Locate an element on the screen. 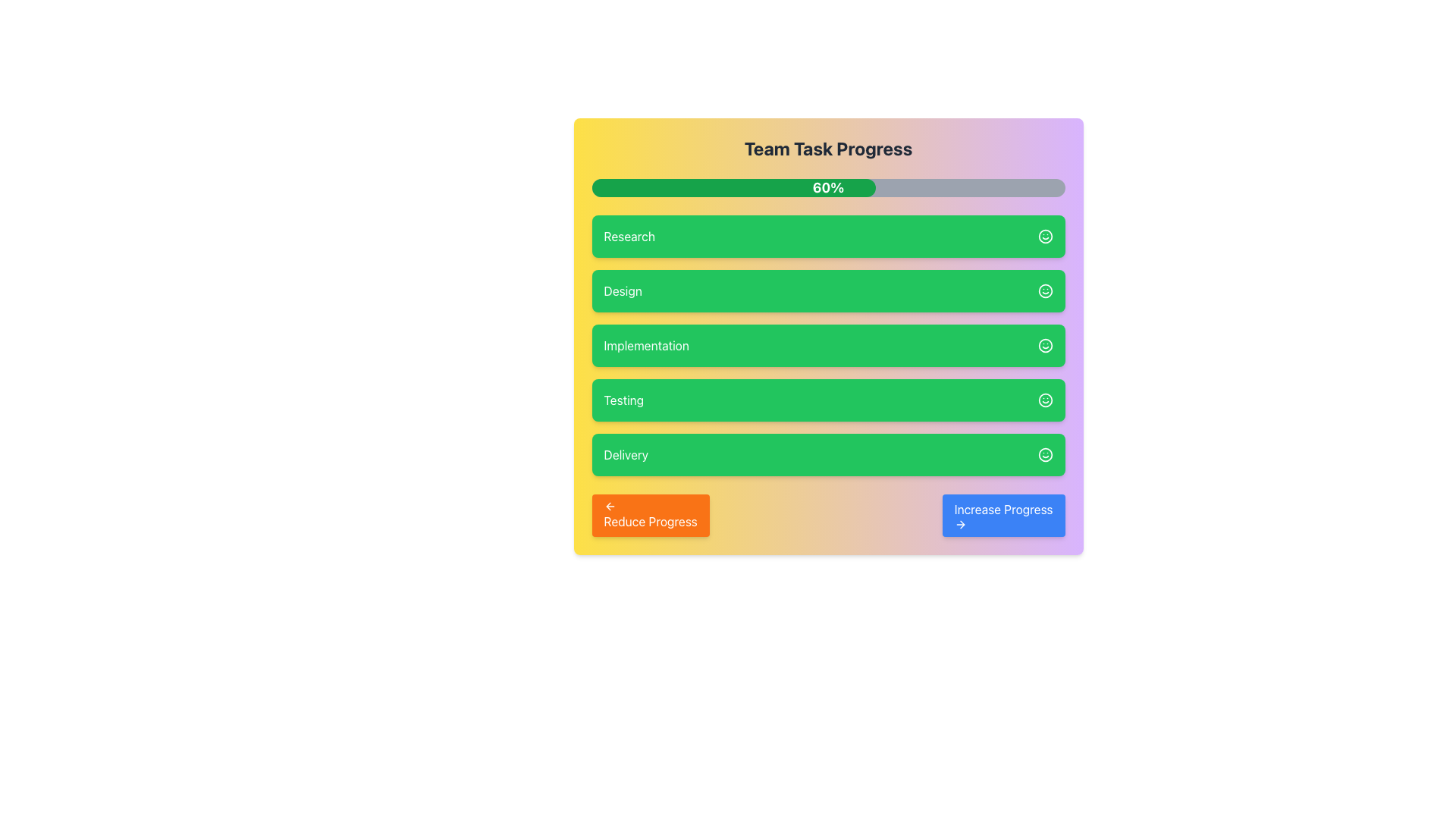  the header text 'Team Task Progress', which is styled in bold and centered, located at the top of a card-like layout in a task management interface is located at coordinates (827, 149).